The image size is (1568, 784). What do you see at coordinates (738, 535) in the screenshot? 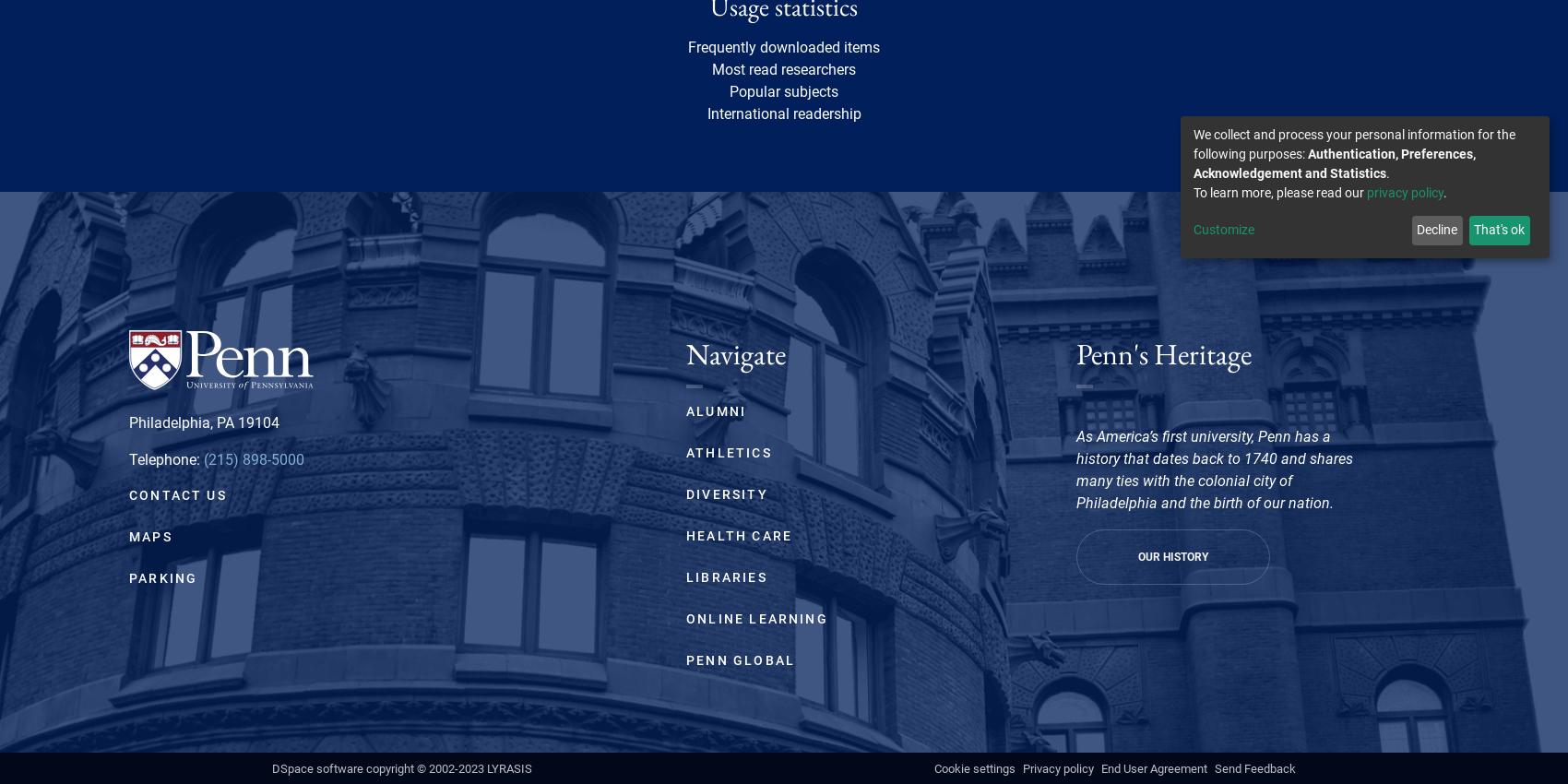
I see `'Health Care'` at bounding box center [738, 535].